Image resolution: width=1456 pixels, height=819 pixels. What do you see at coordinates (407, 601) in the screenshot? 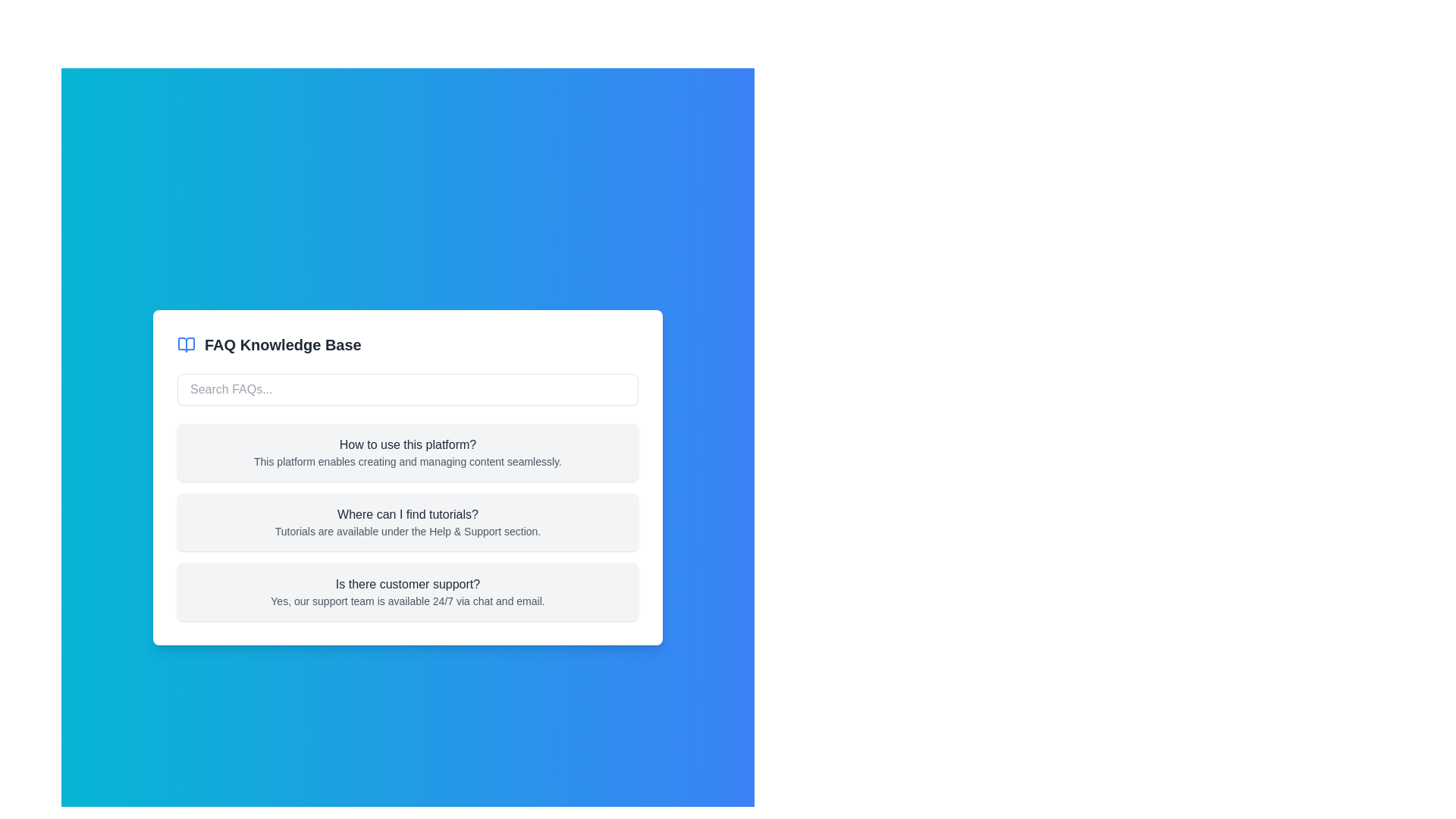
I see `the descriptive text providing information about customer support availability, located below the question 'Is there customer support?' in the FAQ card` at bounding box center [407, 601].